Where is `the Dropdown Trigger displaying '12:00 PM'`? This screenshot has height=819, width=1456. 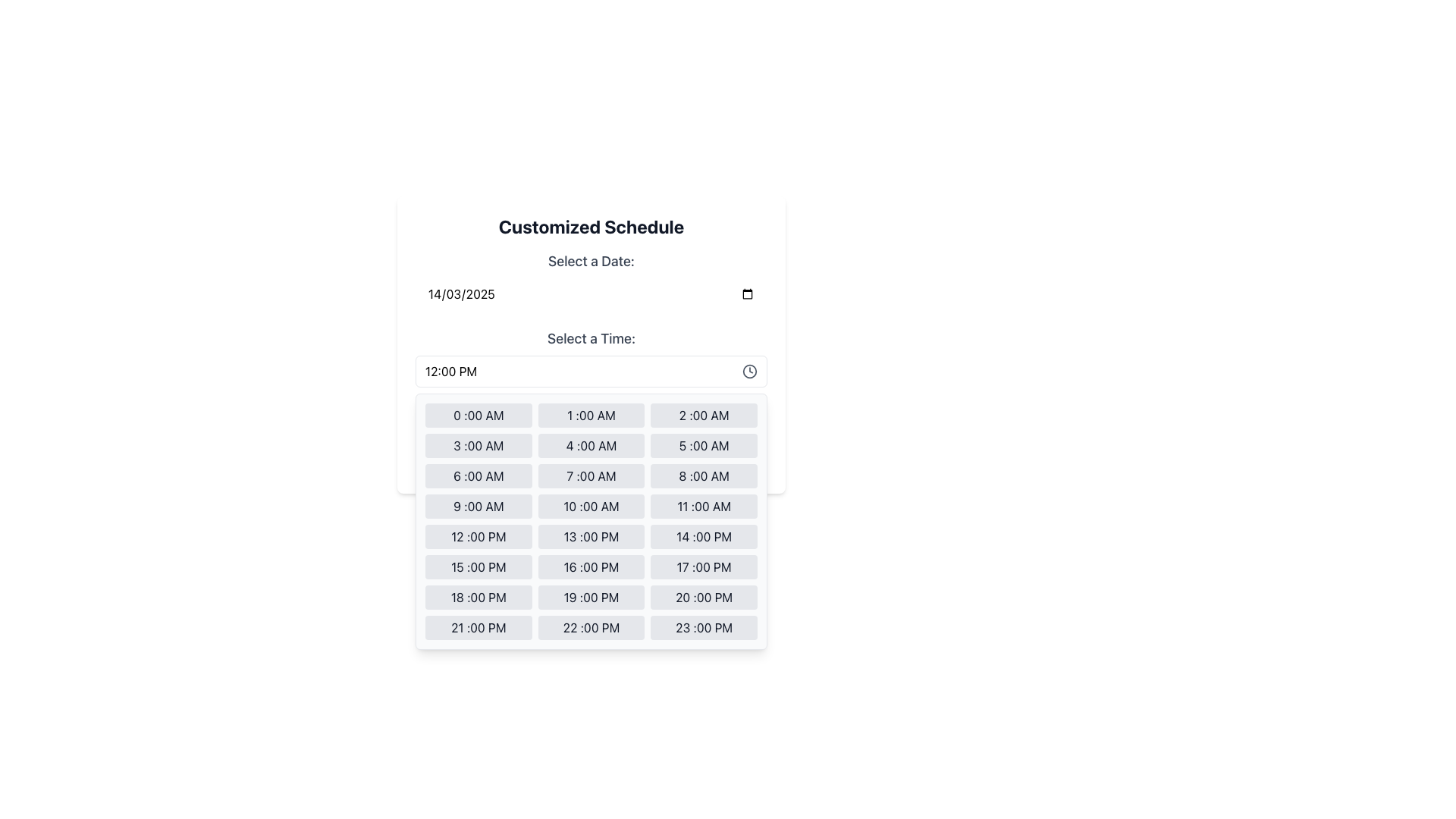
the Dropdown Trigger displaying '12:00 PM' is located at coordinates (590, 371).